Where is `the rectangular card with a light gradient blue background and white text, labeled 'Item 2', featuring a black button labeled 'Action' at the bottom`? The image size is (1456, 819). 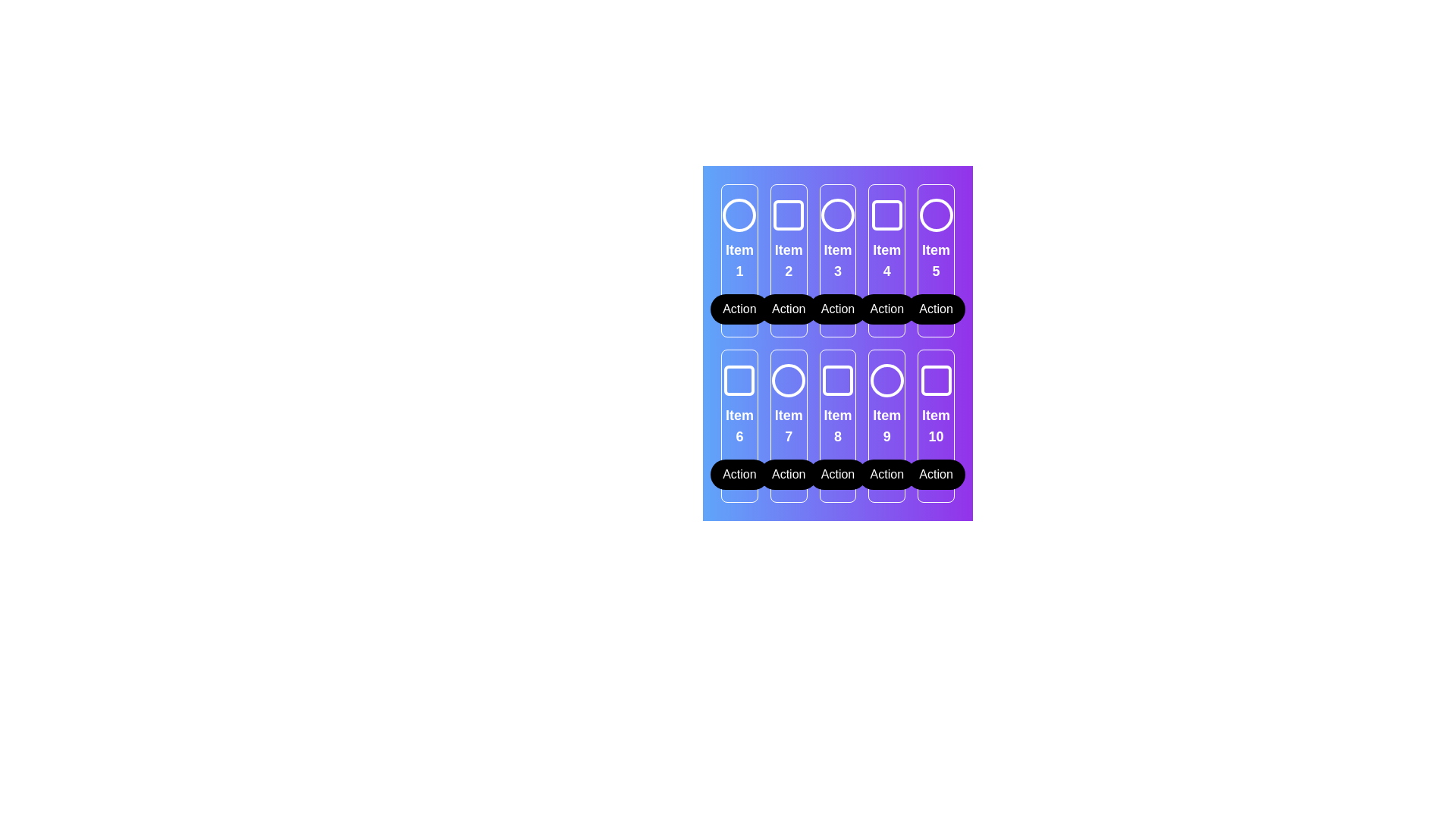
the rectangular card with a light gradient blue background and white text, labeled 'Item 2', featuring a black button labeled 'Action' at the bottom is located at coordinates (789, 259).